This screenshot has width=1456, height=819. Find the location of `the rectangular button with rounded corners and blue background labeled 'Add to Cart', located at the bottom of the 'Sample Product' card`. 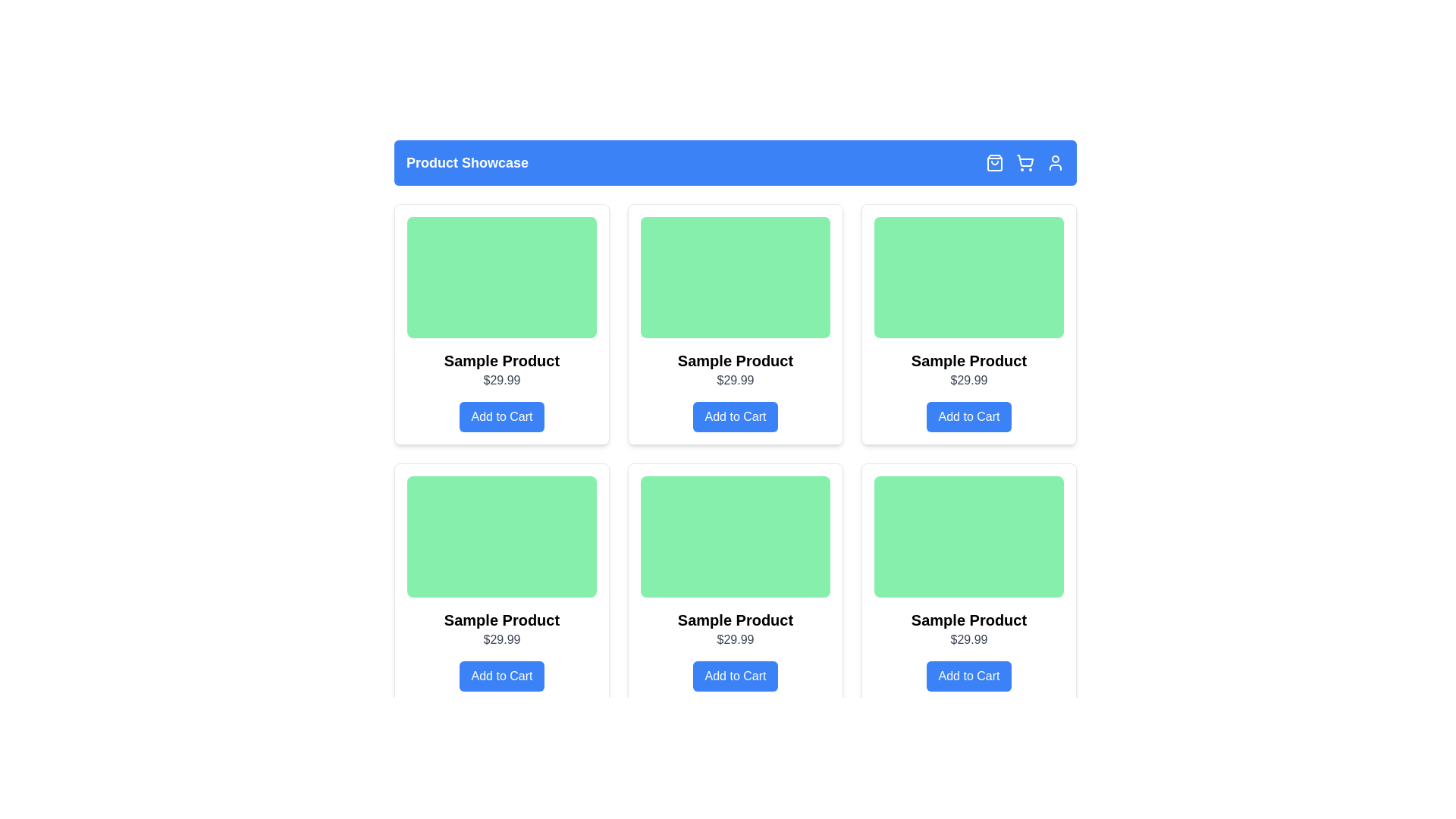

the rectangular button with rounded corners and blue background labeled 'Add to Cart', located at the bottom of the 'Sample Product' card is located at coordinates (735, 417).